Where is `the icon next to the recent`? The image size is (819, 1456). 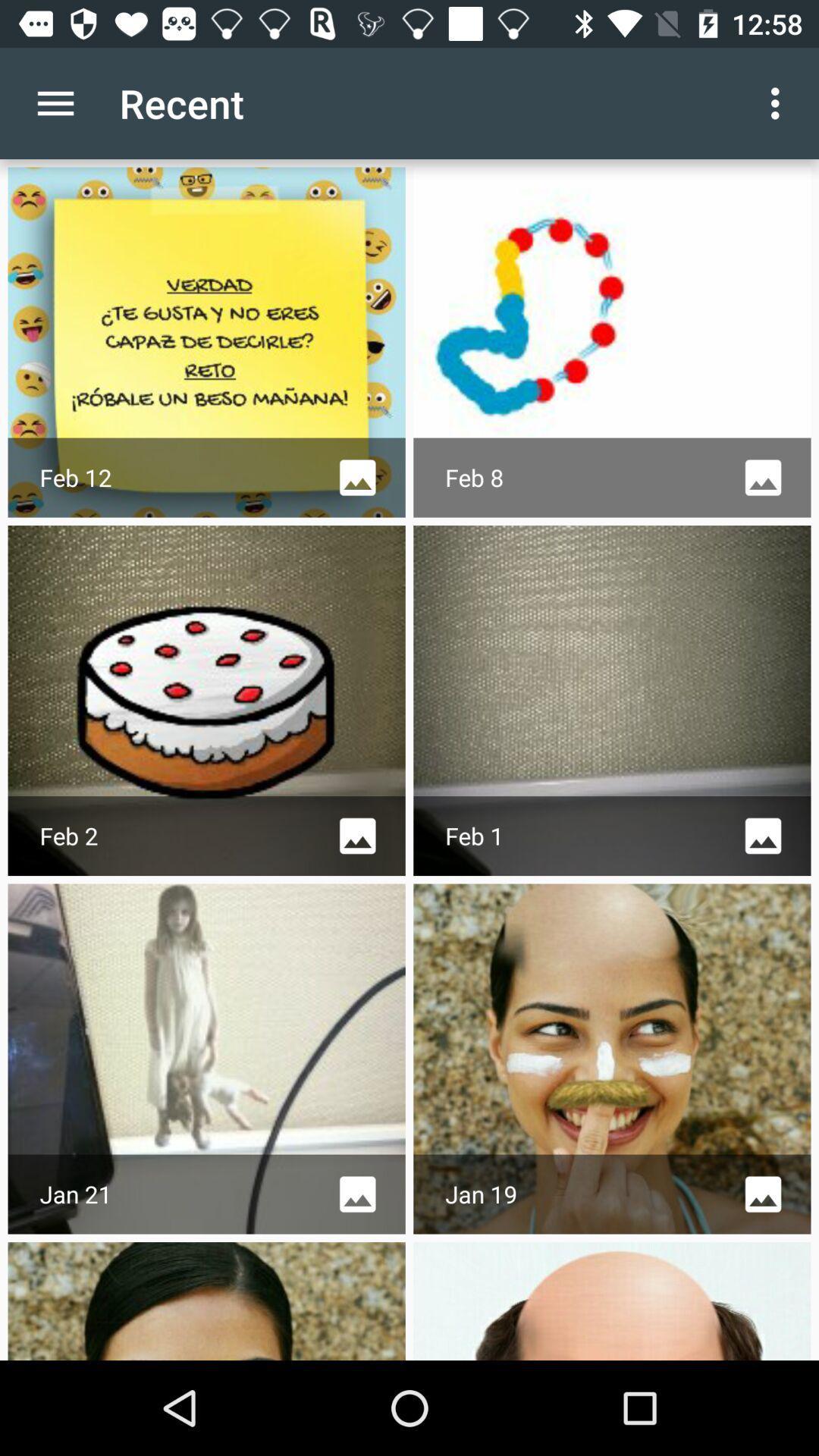
the icon next to the recent is located at coordinates (55, 102).